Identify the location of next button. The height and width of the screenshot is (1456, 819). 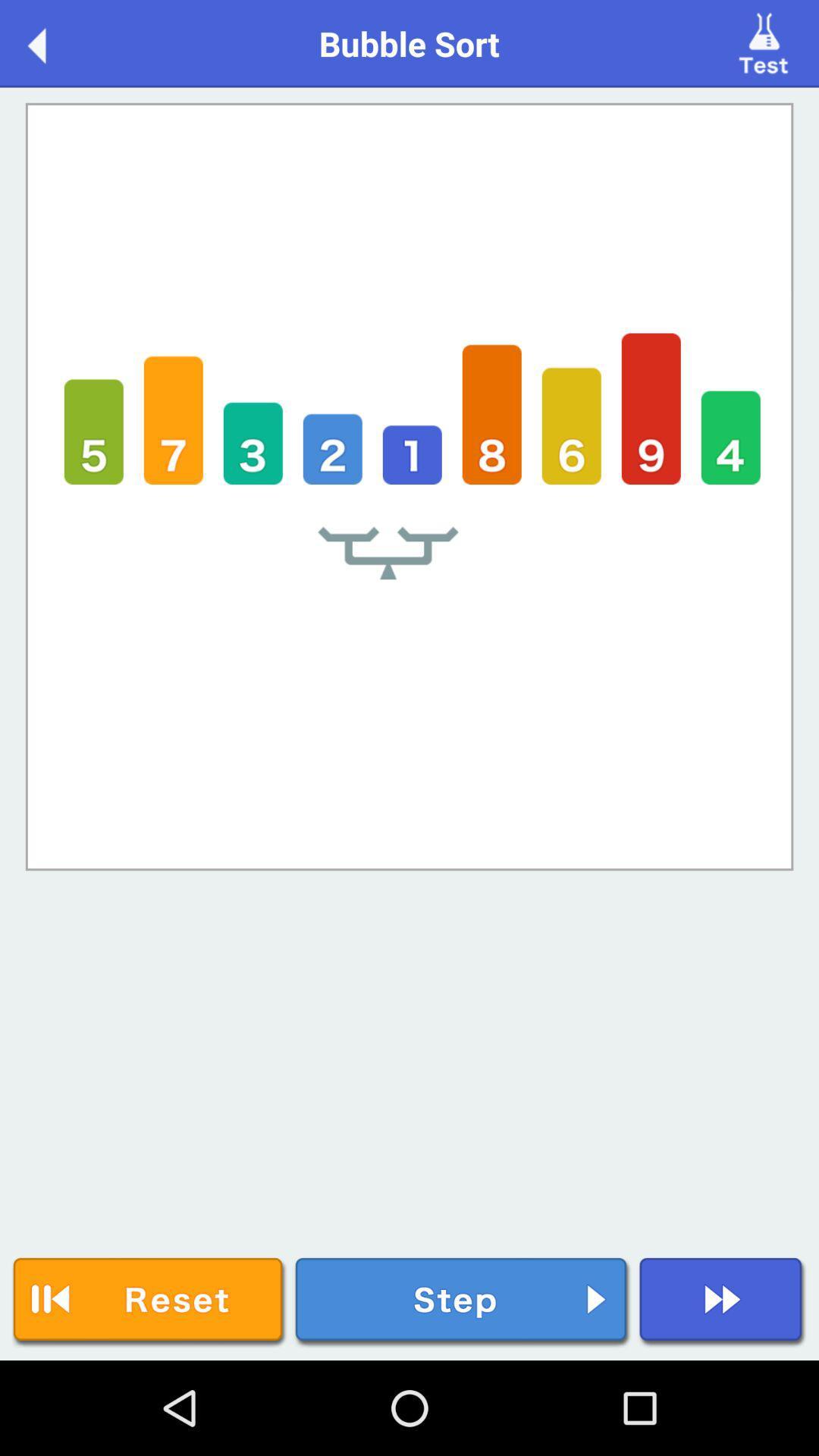
(721, 1301).